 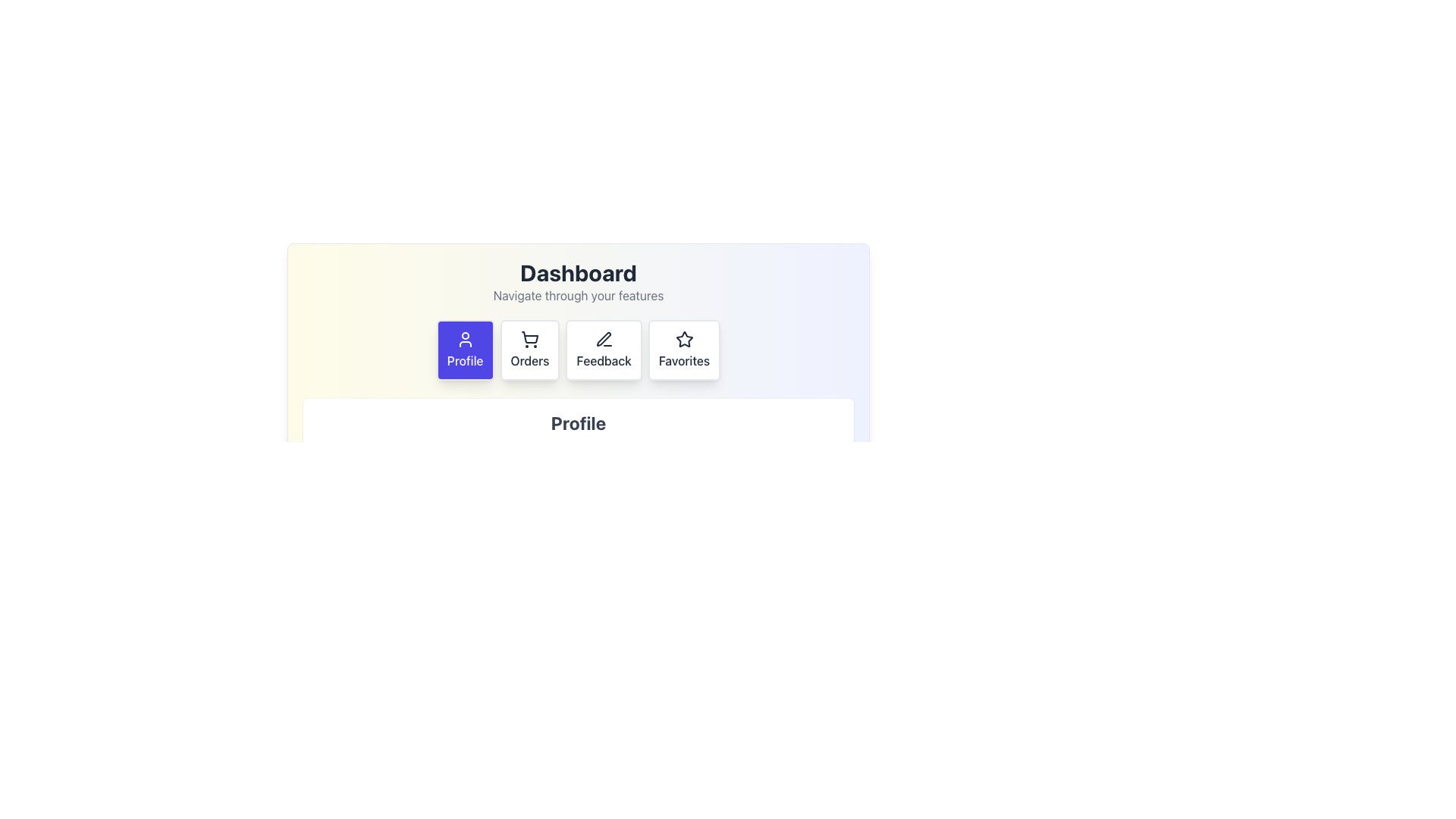 What do you see at coordinates (578, 295) in the screenshot?
I see `the Text Label that provides guidance about the features associated with the 'Dashboard', positioned directly below the 'Dashboard' heading` at bounding box center [578, 295].